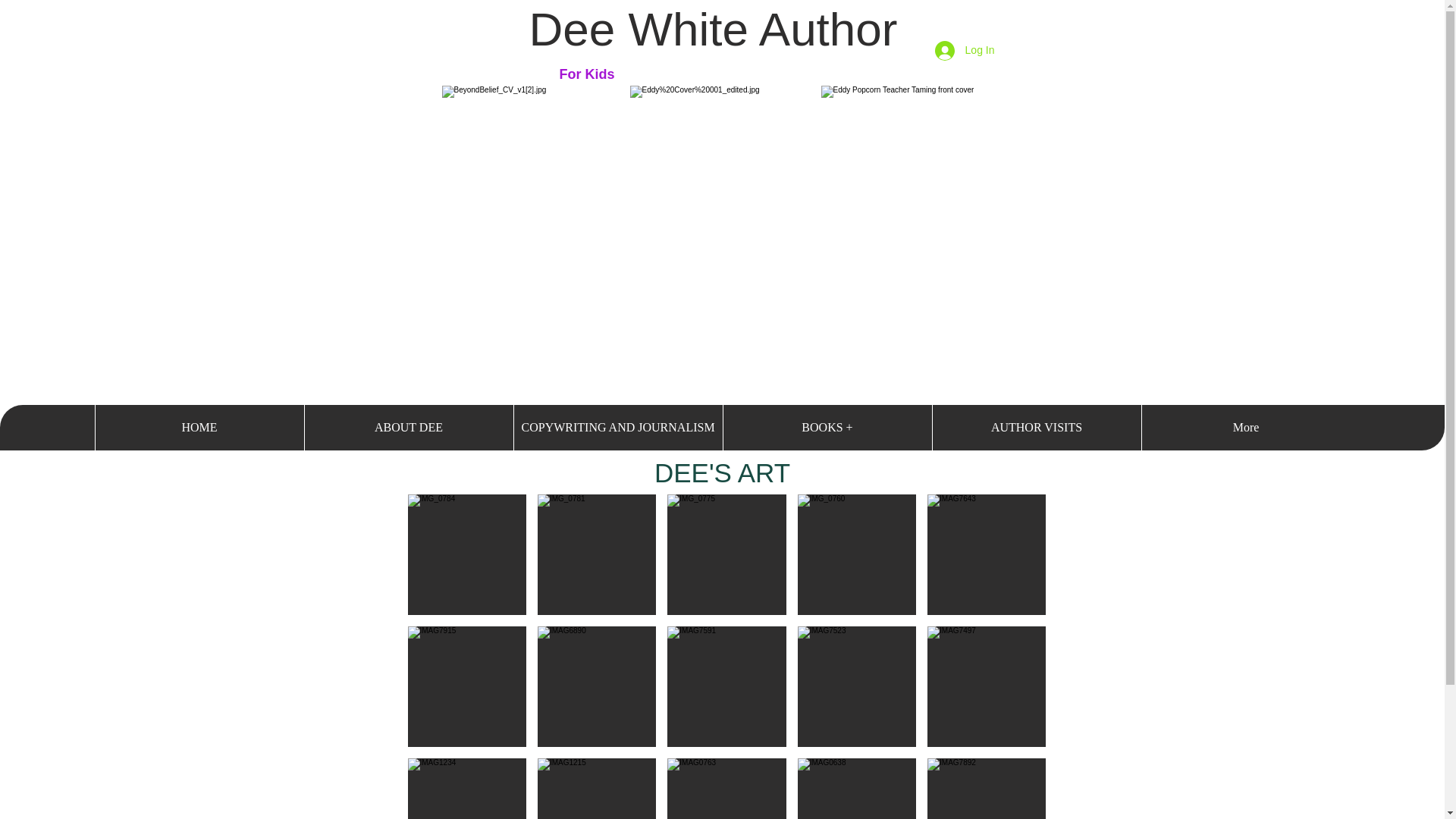 The height and width of the screenshot is (819, 1456). Describe the element at coordinates (617, 427) in the screenshot. I see `'COPYWRITING AND JOURNALISM'` at that location.